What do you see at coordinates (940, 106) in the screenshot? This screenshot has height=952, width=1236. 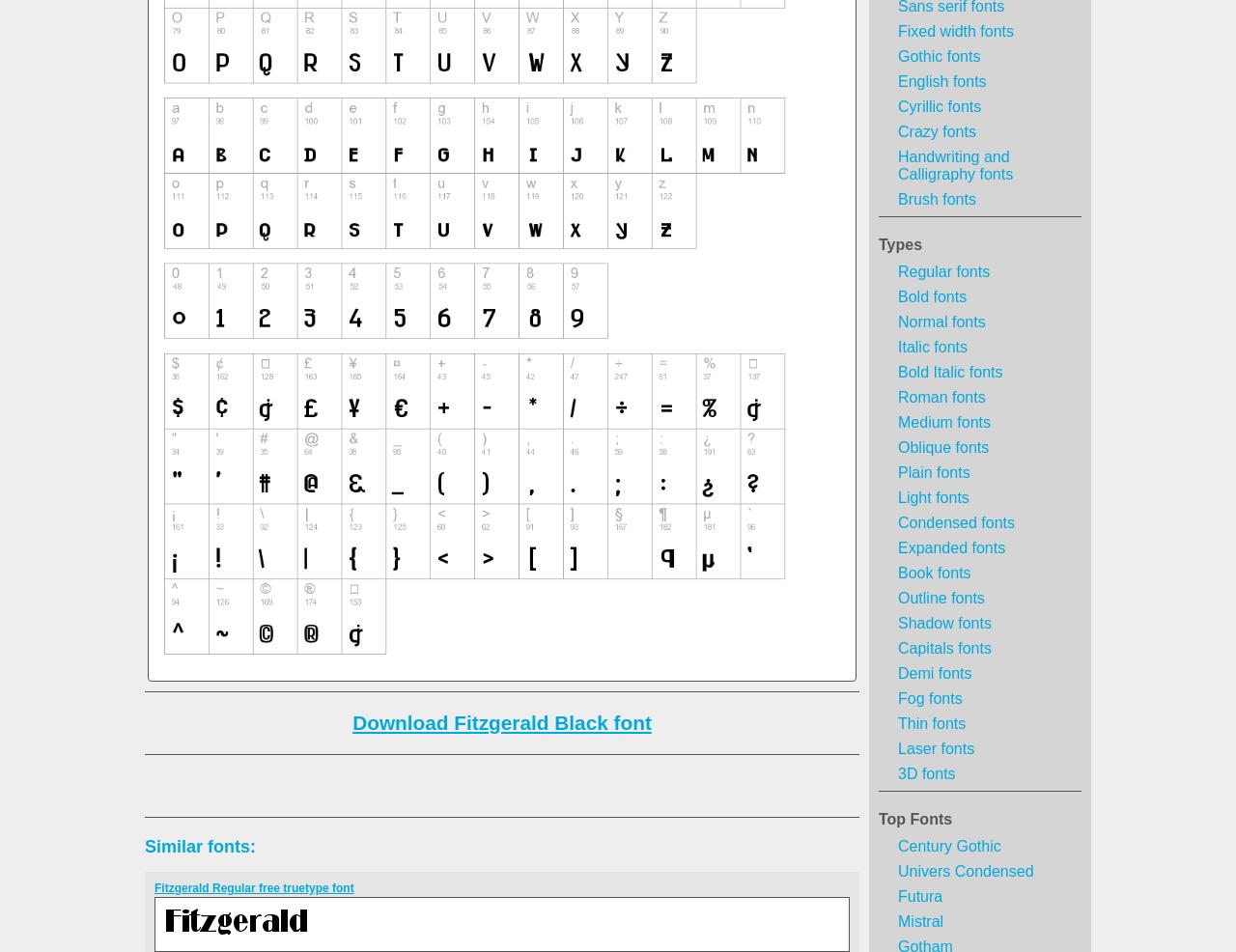 I see `'Cyrillic fonts'` at bounding box center [940, 106].